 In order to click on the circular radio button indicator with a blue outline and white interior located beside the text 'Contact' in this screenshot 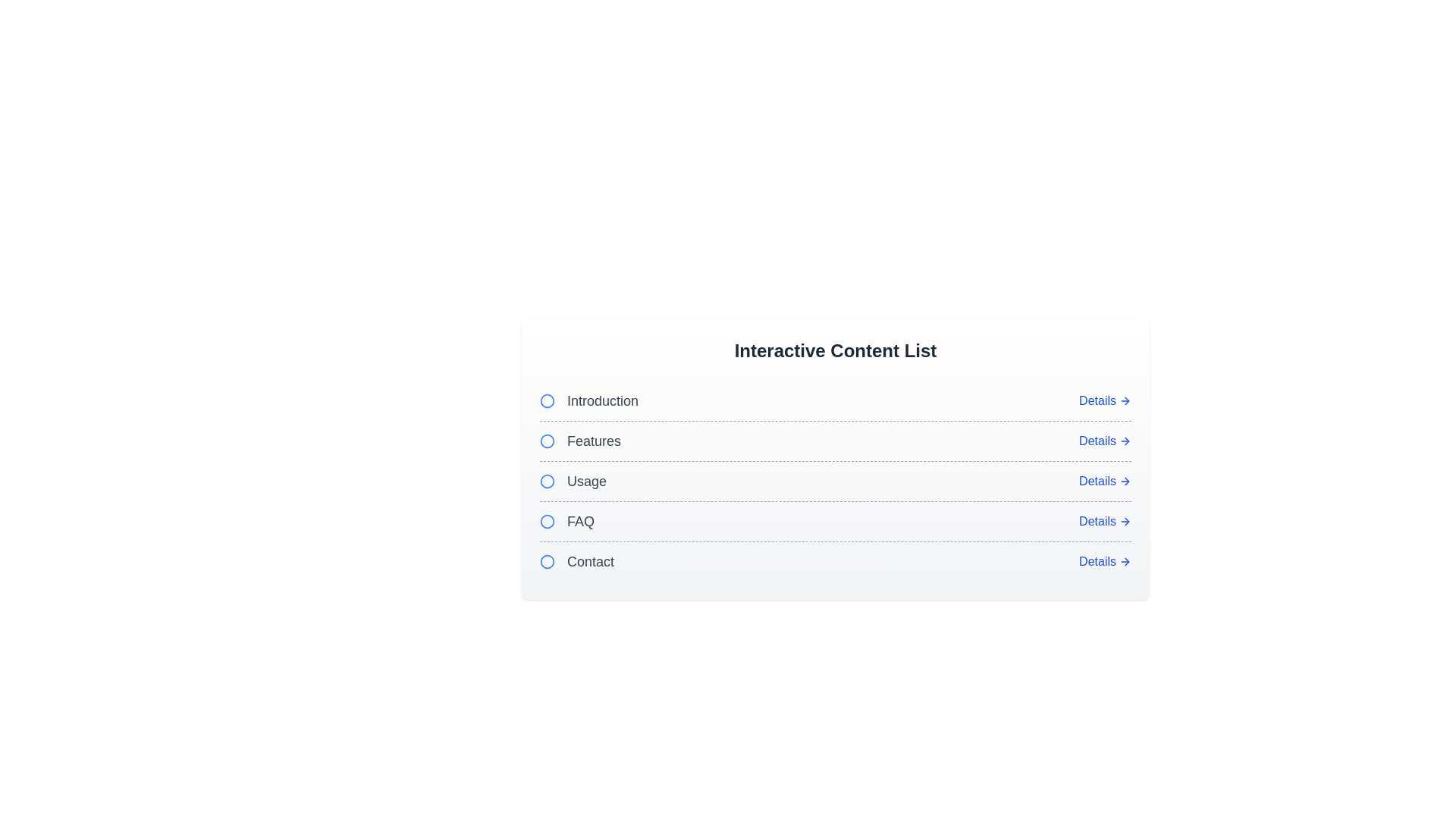, I will do `click(546, 561)`.